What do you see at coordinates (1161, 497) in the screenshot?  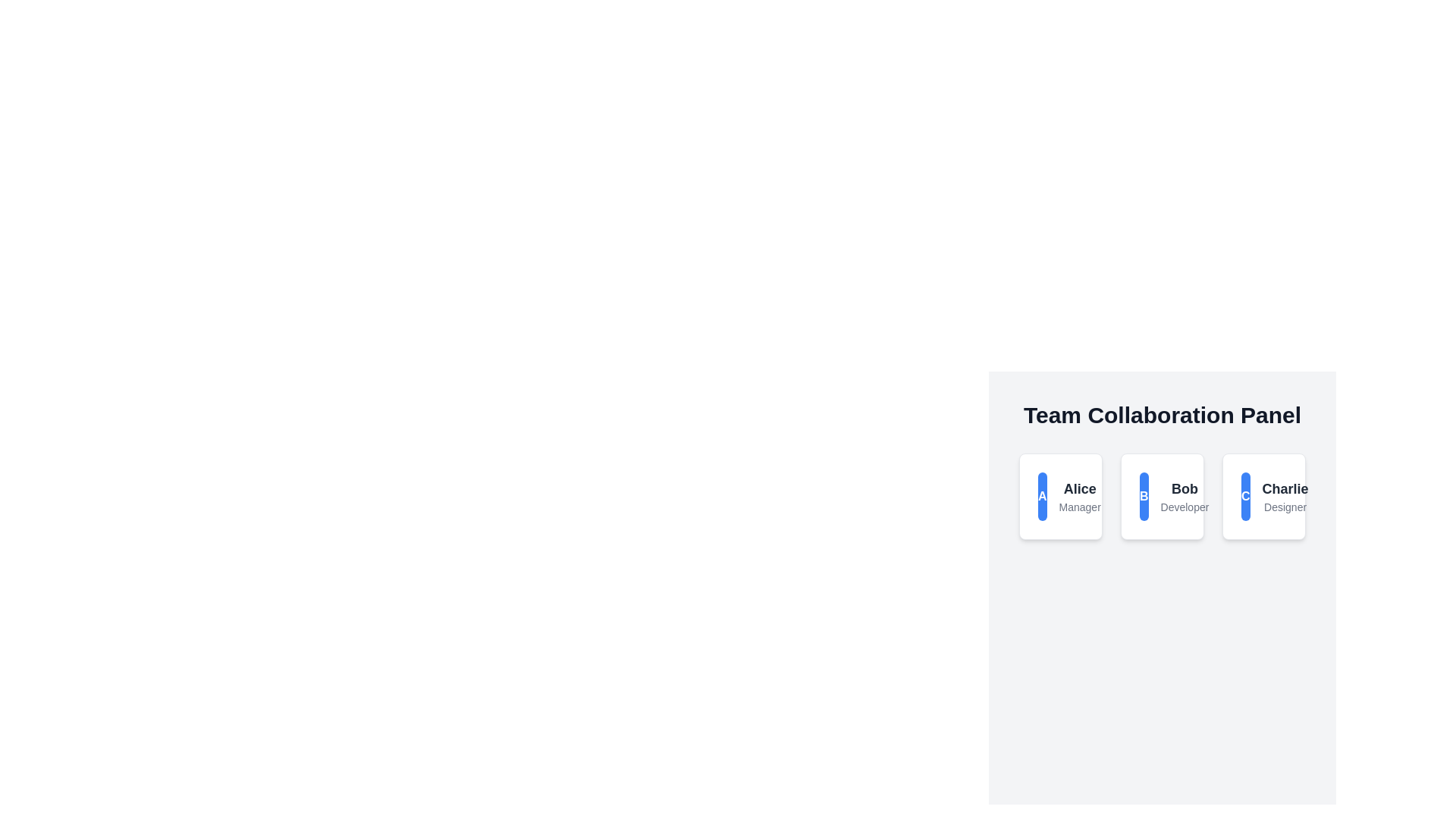 I see `the user profile card for 'Bob', which features a circular blue badge with a white 'B' and the text 'Bob' in bold followed by 'Developer' underneath, to edit user details` at bounding box center [1161, 497].